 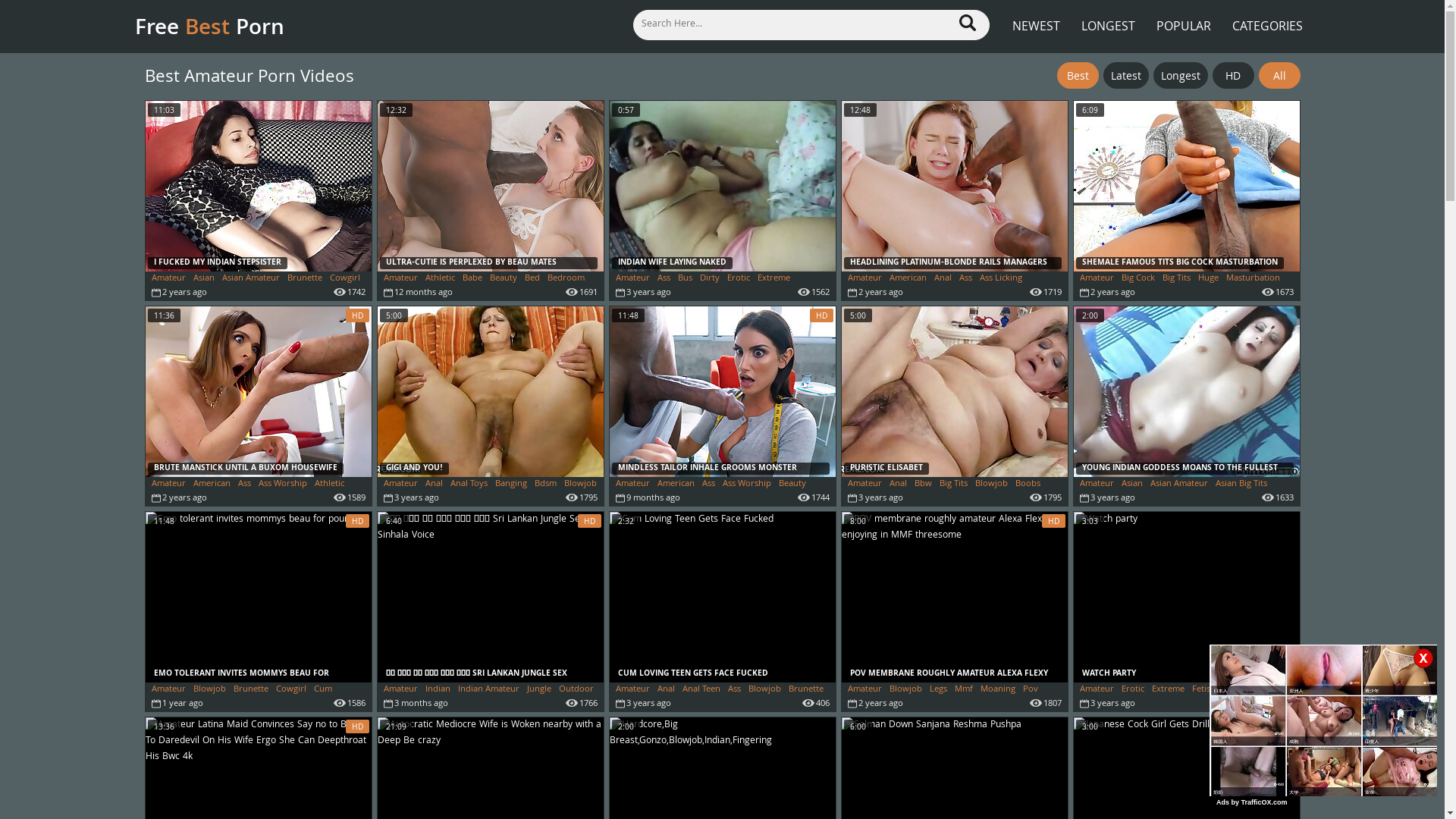 I want to click on 'Amateur', so click(x=632, y=278).